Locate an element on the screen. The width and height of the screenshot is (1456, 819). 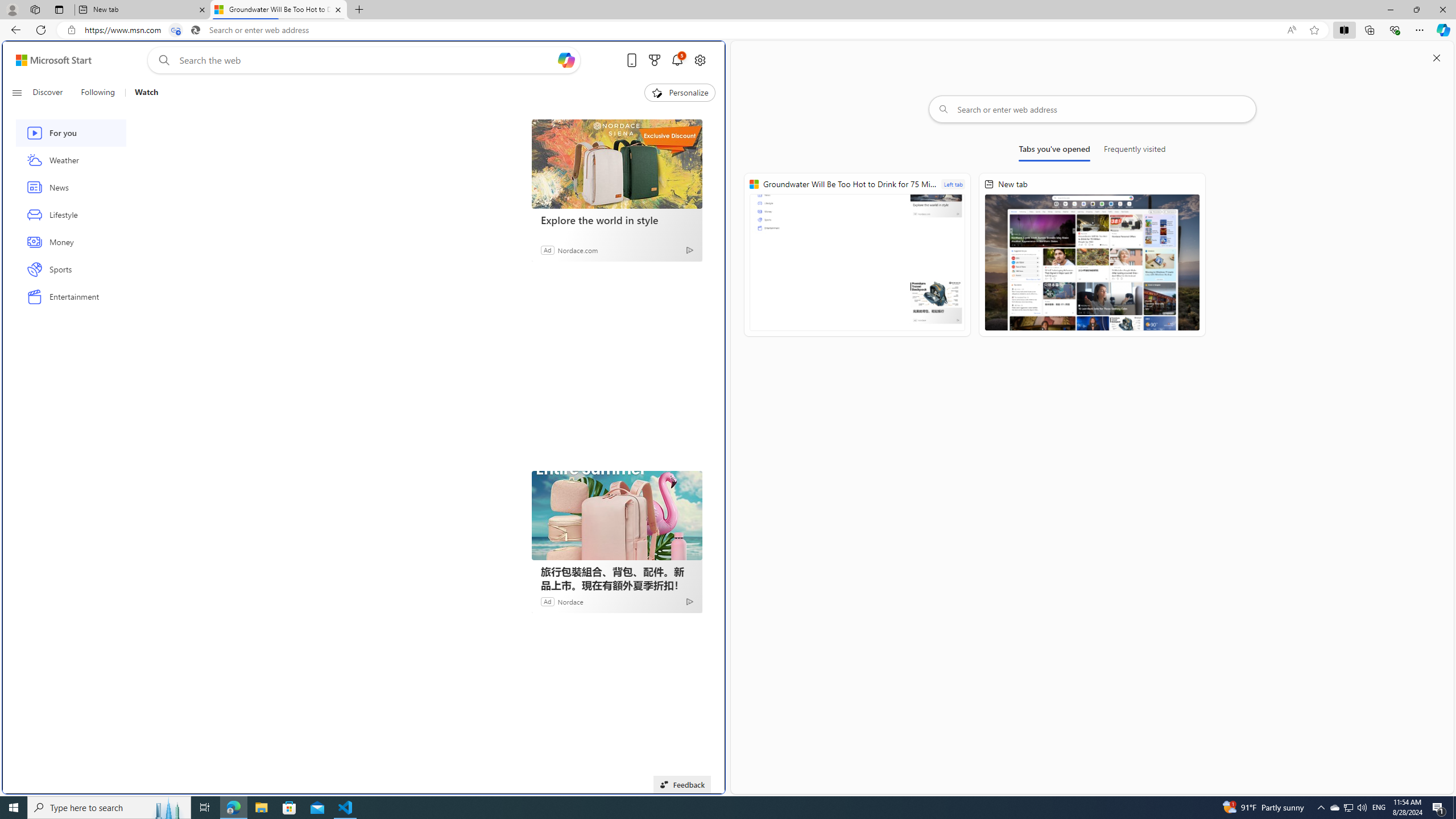
'Close split screen' is located at coordinates (1437, 57).